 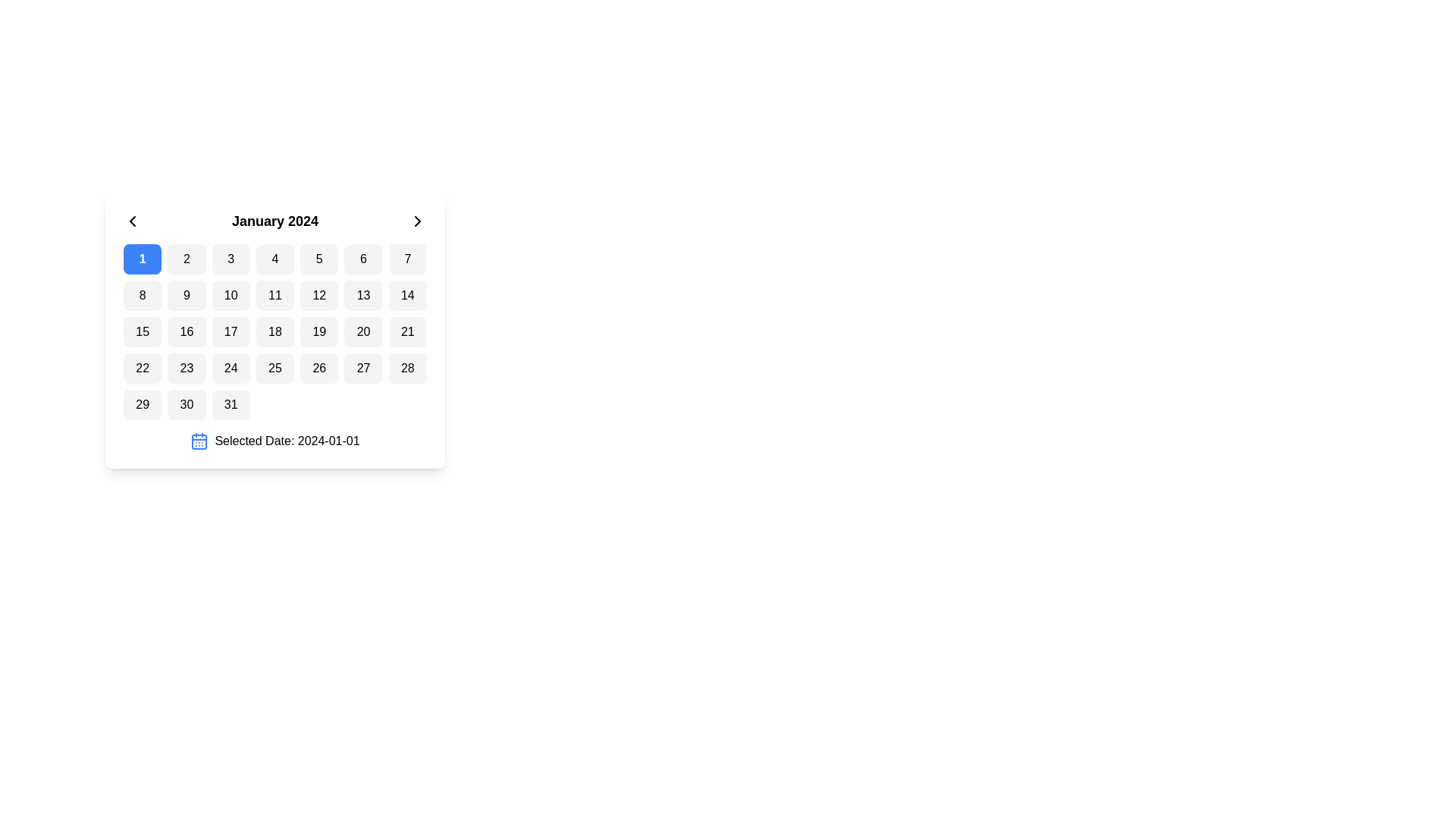 I want to click on the rounded rectangular button labeled '5' in the calendar grid, so click(x=318, y=259).